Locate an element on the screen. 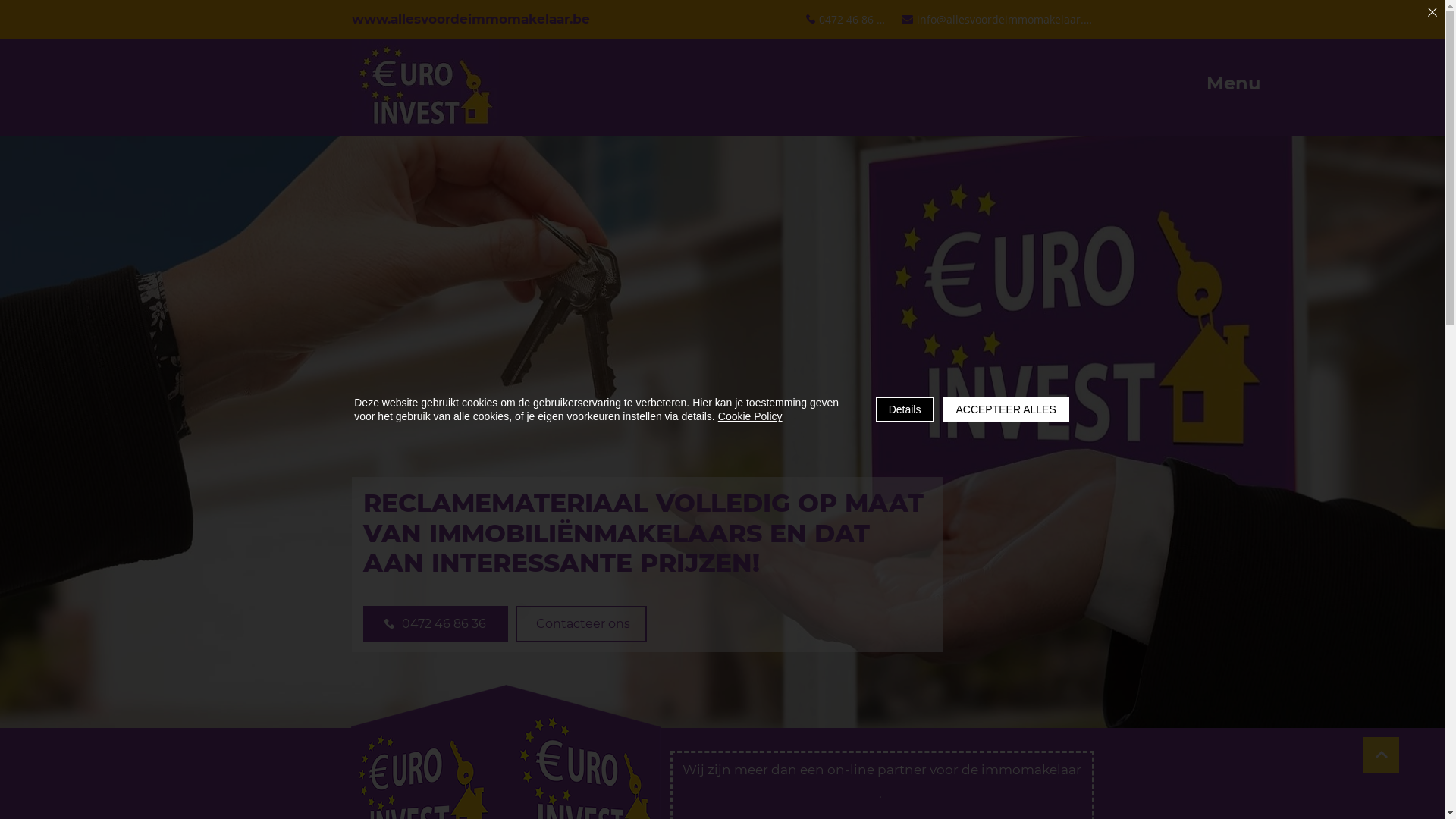  'info@allesvoordeimmomakelaar.be' is located at coordinates (997, 18).